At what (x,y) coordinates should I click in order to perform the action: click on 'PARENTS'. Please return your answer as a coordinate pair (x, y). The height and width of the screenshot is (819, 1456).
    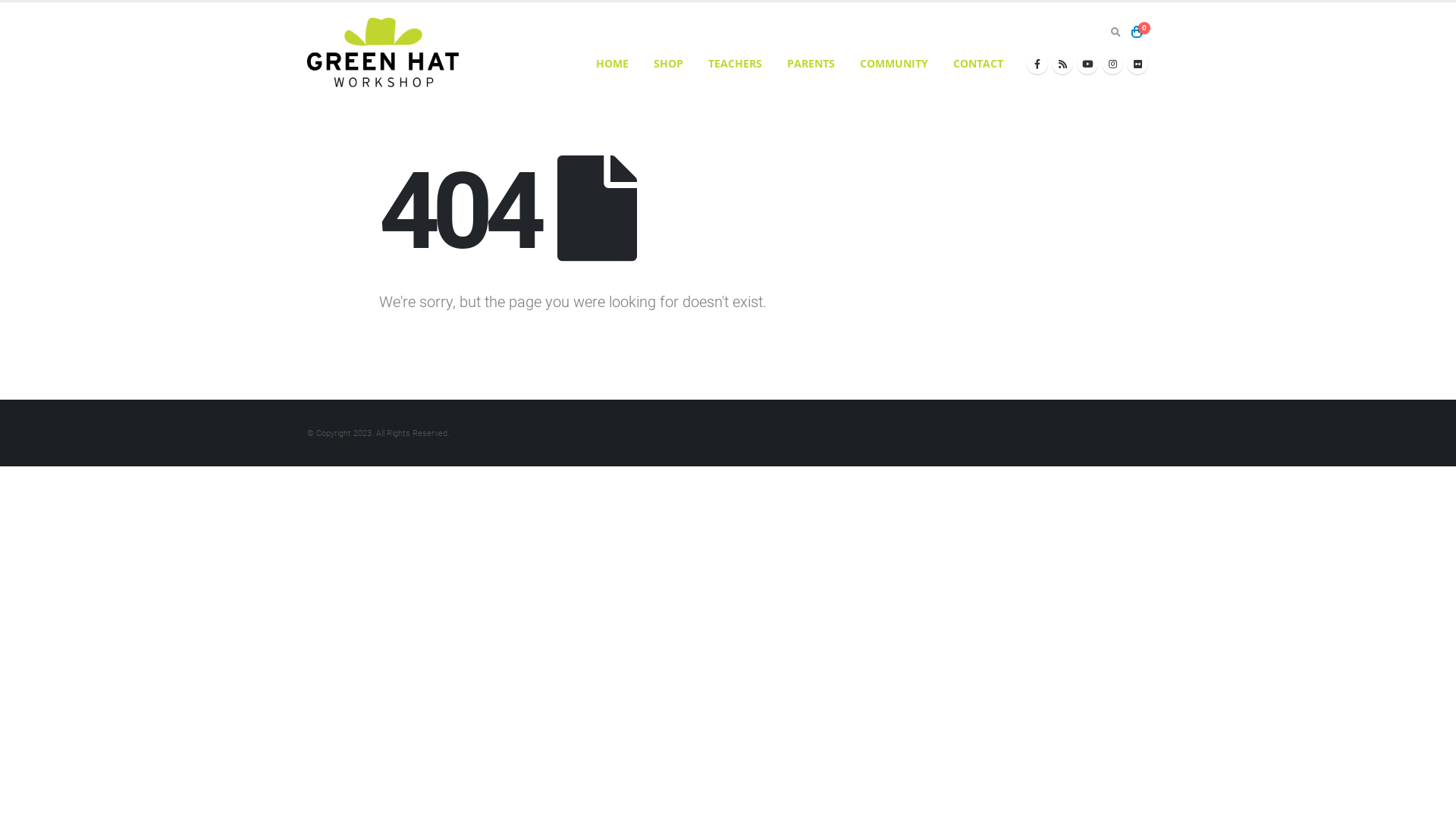
    Looking at the image, I should click on (810, 63).